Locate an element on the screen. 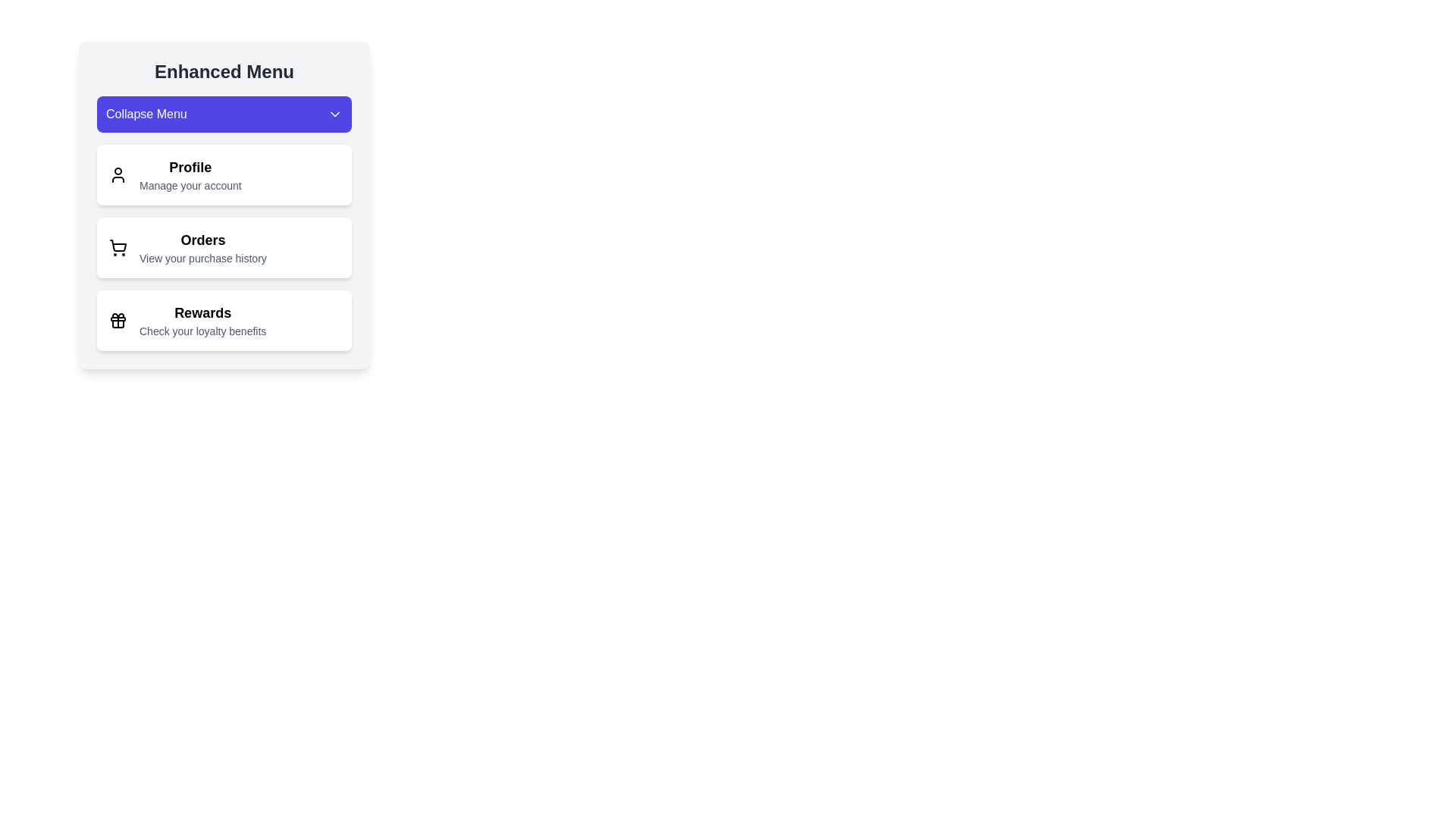 This screenshot has height=819, width=1456. the Downward Chevron Icon located at the right end of the 'Collapse Menu' button is located at coordinates (334, 113).